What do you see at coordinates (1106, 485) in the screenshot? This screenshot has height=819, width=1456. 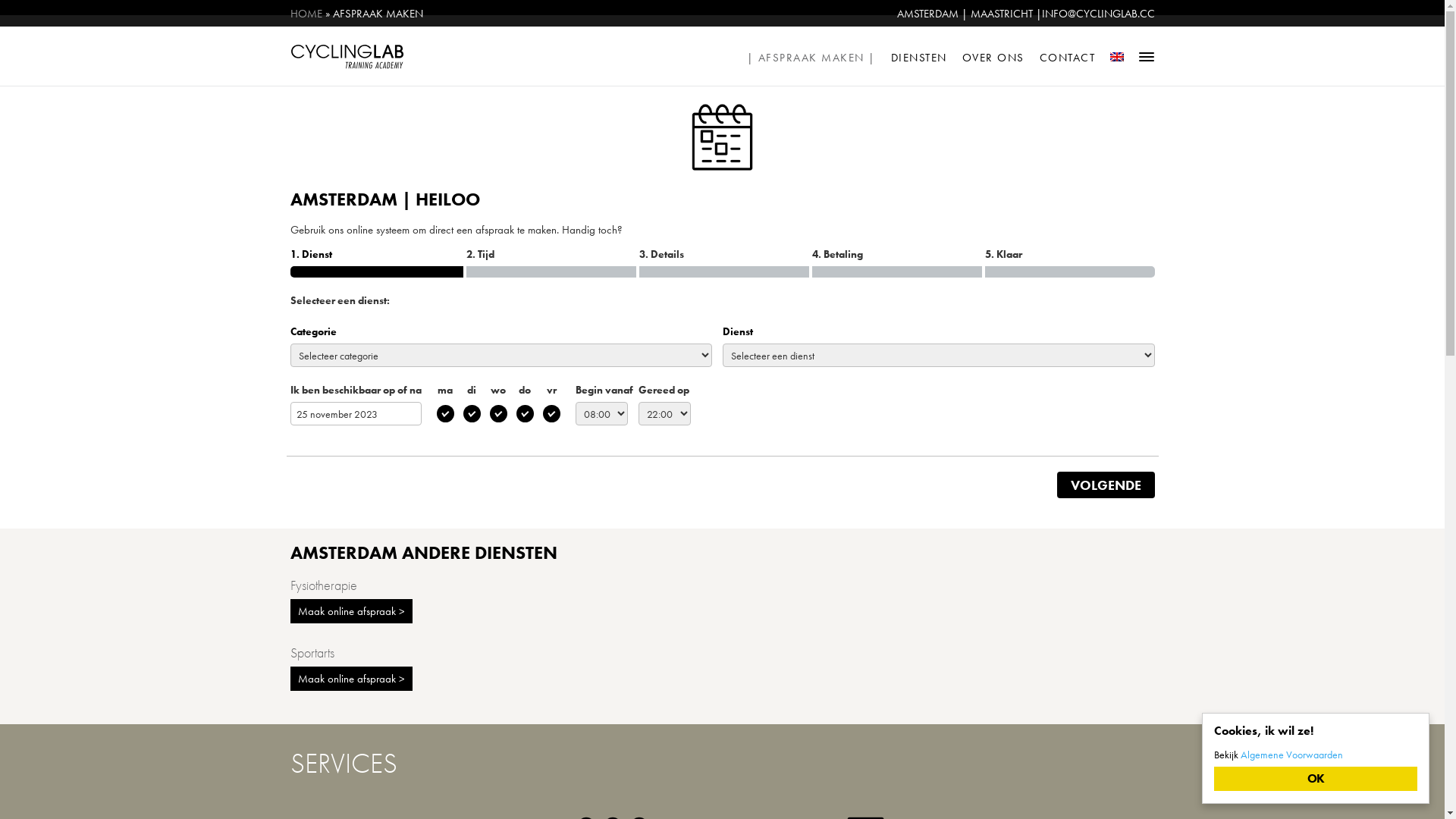 I see `'VOLGENDE'` at bounding box center [1106, 485].